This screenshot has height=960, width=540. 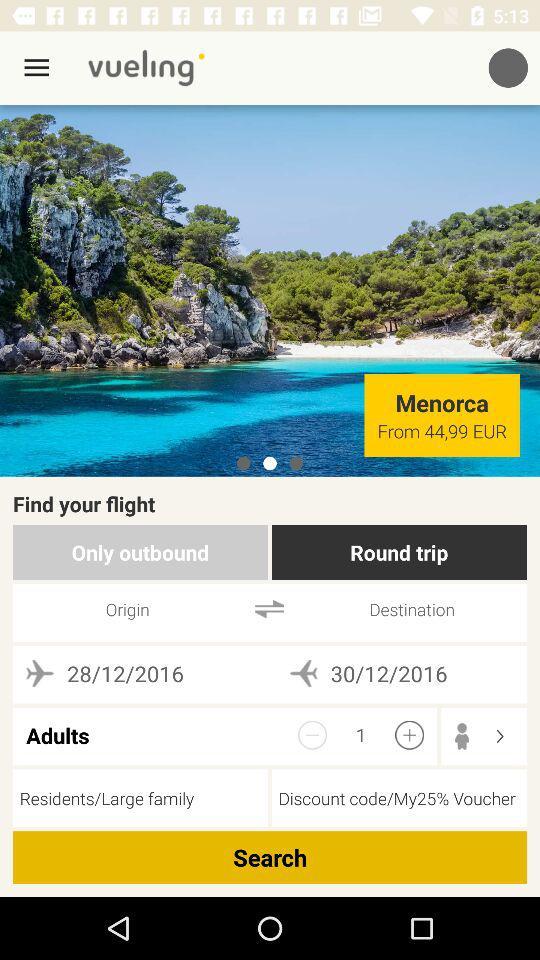 What do you see at coordinates (408, 734) in the screenshot?
I see `the add icon` at bounding box center [408, 734].